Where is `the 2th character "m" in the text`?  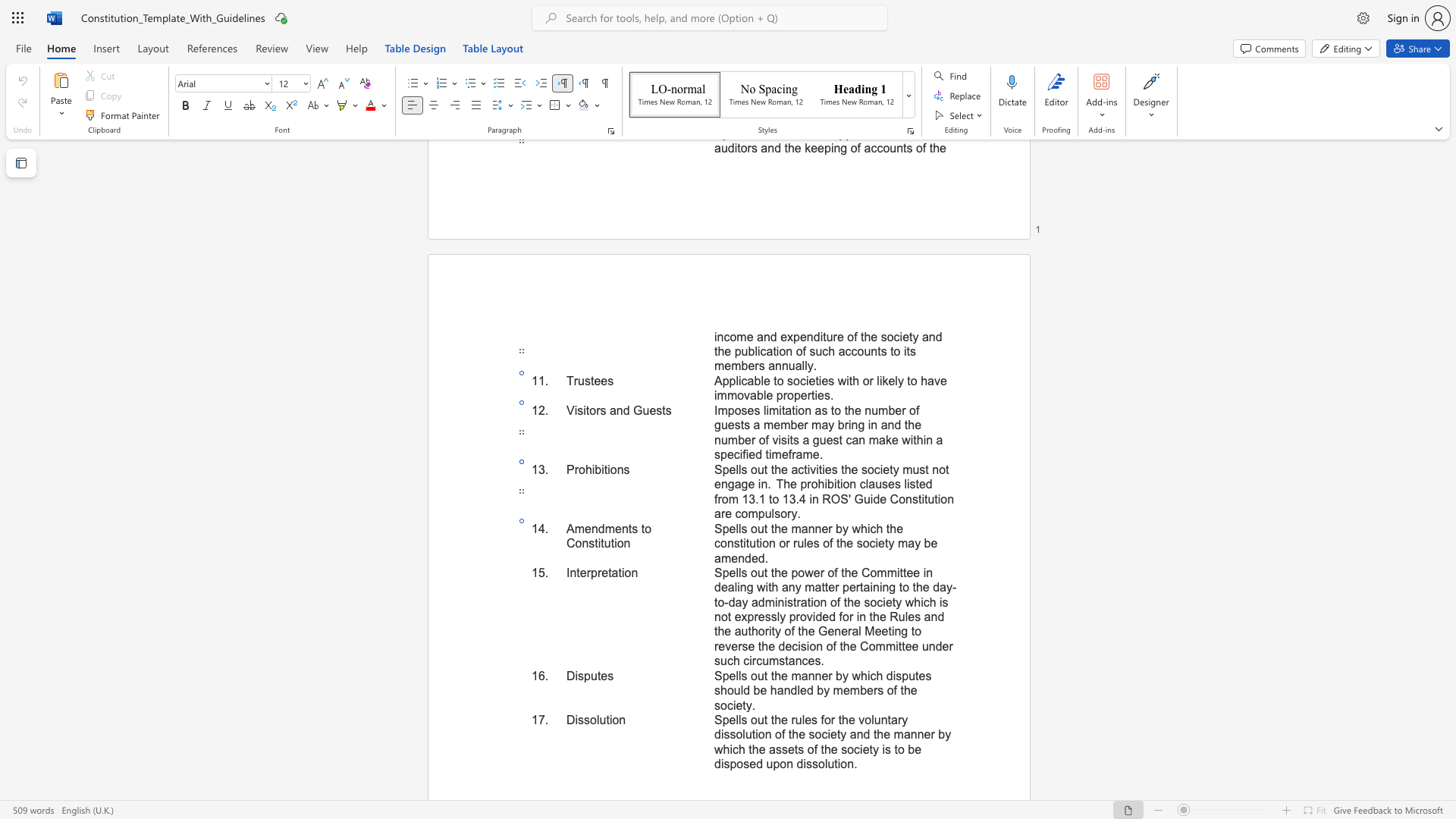
the 2th character "m" in the text is located at coordinates (902, 542).